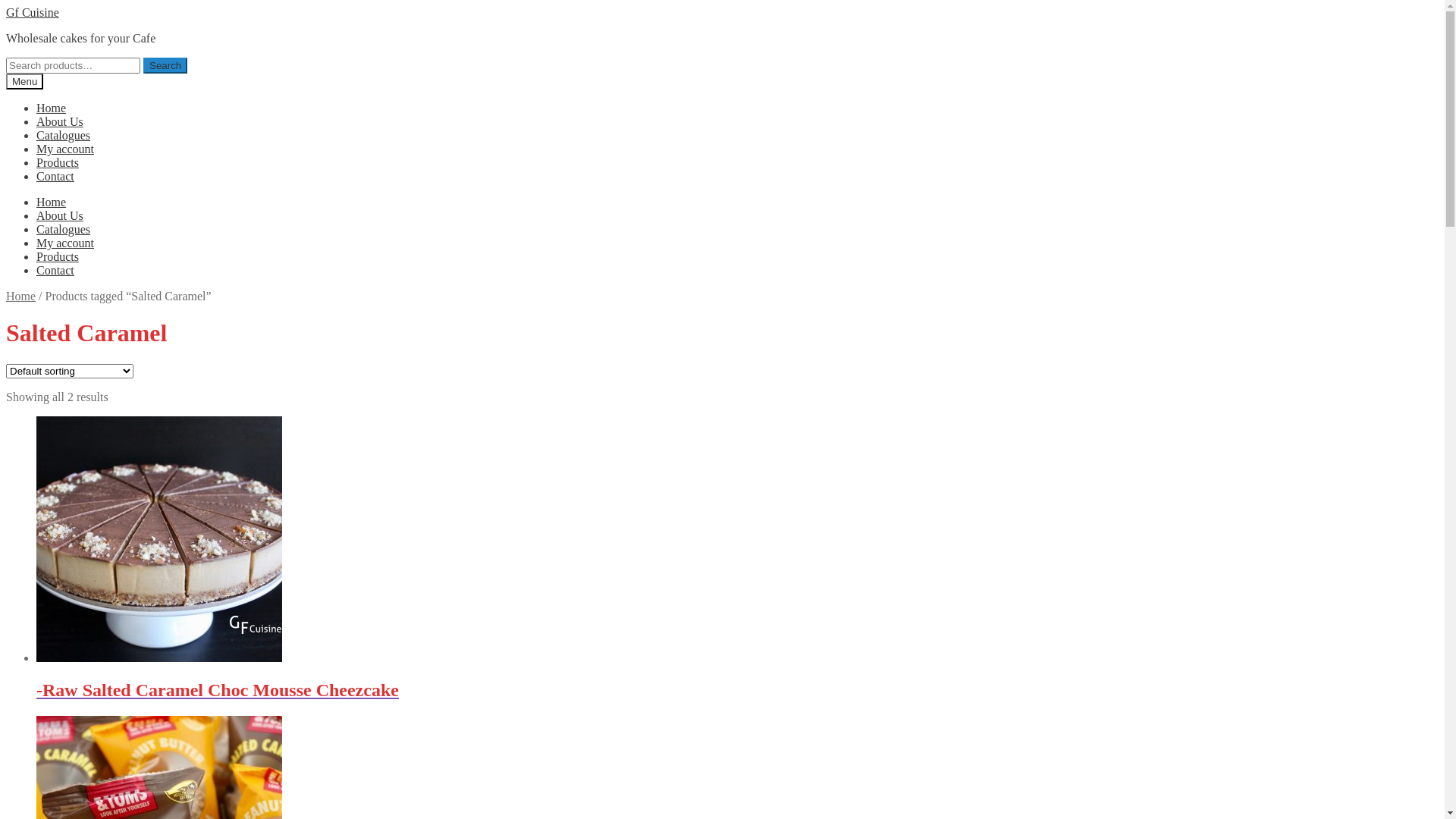 This screenshot has width=1456, height=819. Describe the element at coordinates (36, 675) in the screenshot. I see `'-Raw Salted Caramel Choc Mousse Cheezcake'` at that location.